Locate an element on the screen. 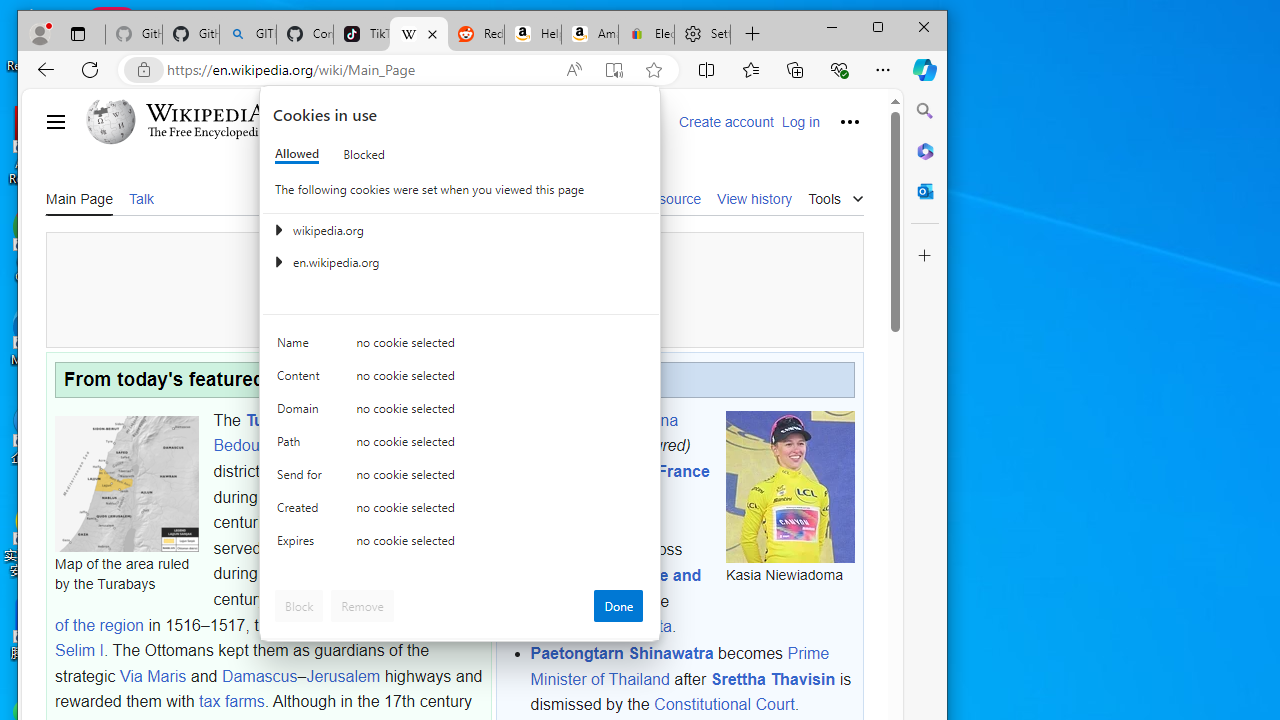 The width and height of the screenshot is (1280, 720). 'Name' is located at coordinates (301, 346).